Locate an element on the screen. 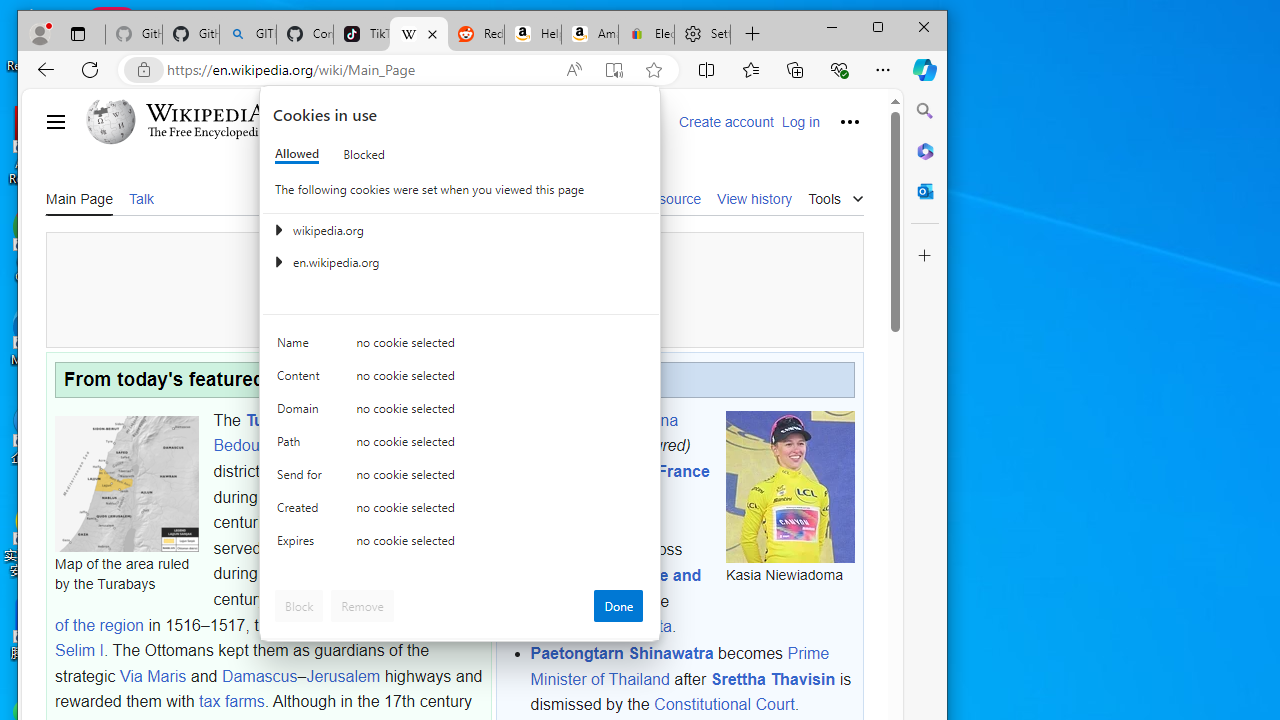 The width and height of the screenshot is (1280, 720). 'Name' is located at coordinates (301, 346).